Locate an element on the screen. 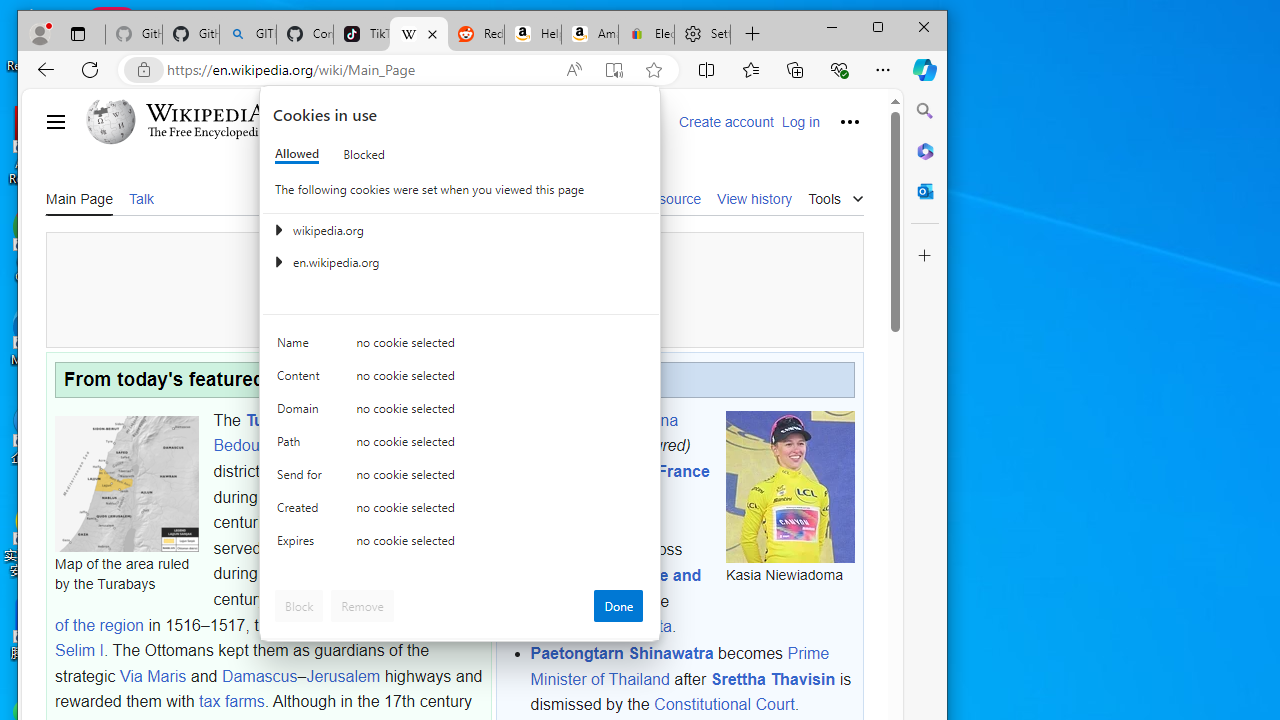 The width and height of the screenshot is (1280, 720). 'Name' is located at coordinates (301, 346).